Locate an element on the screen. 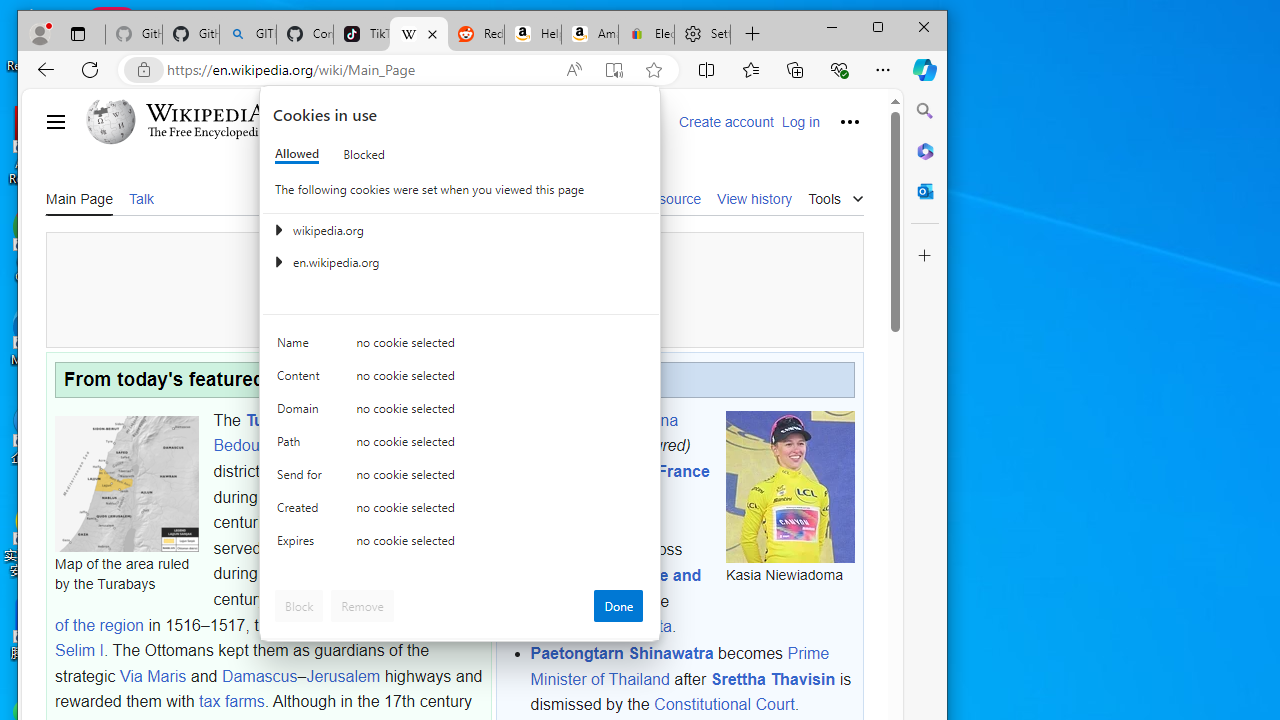 The width and height of the screenshot is (1280, 720). 'Name' is located at coordinates (301, 346).